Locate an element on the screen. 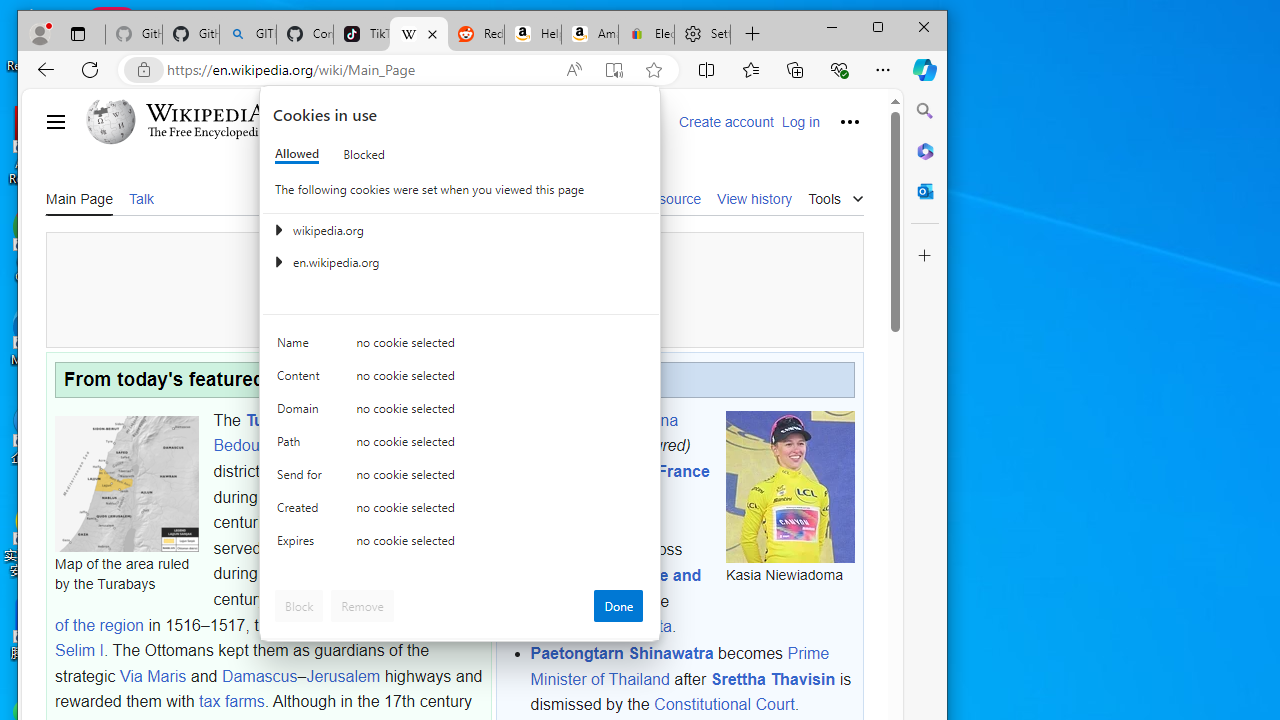 The width and height of the screenshot is (1280, 720). 'Name' is located at coordinates (301, 346).